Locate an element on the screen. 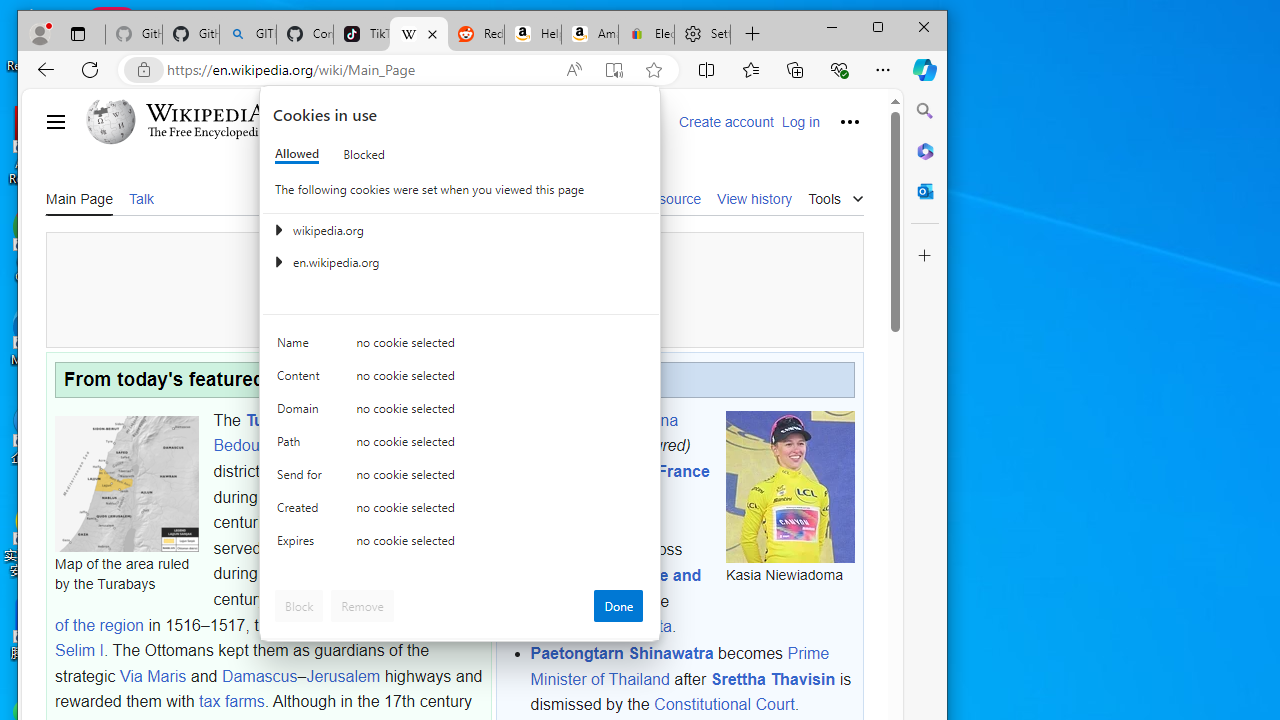 The width and height of the screenshot is (1280, 720). 'Name' is located at coordinates (301, 346).